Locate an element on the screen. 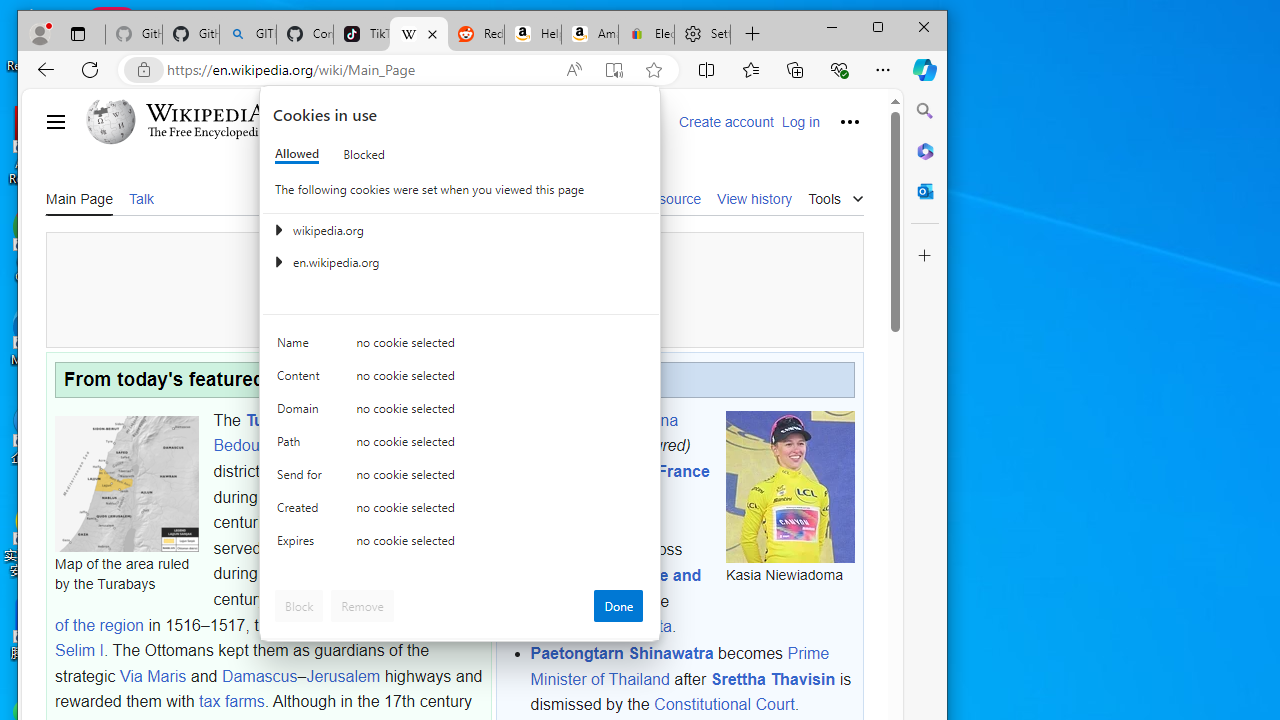 The width and height of the screenshot is (1280, 720). 'Name' is located at coordinates (301, 346).